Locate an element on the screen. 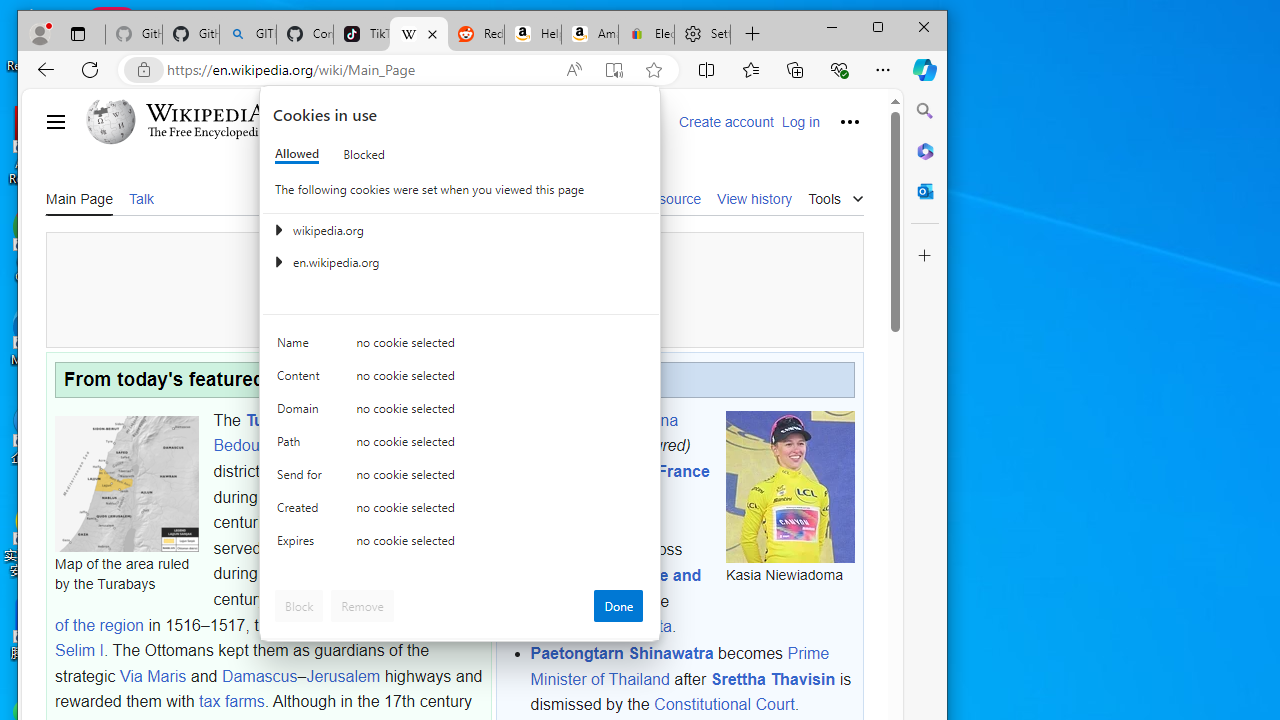 The width and height of the screenshot is (1280, 720). 'Name' is located at coordinates (301, 346).